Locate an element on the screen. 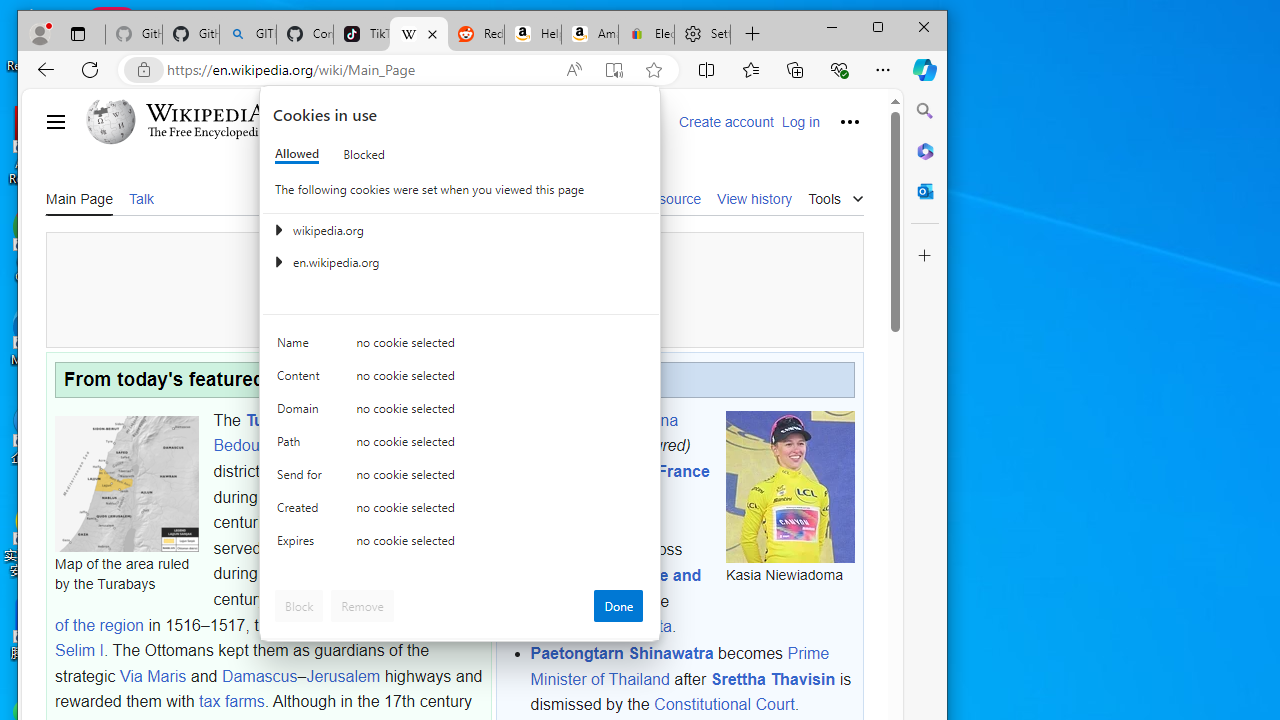 The width and height of the screenshot is (1280, 720). 'Name' is located at coordinates (301, 346).